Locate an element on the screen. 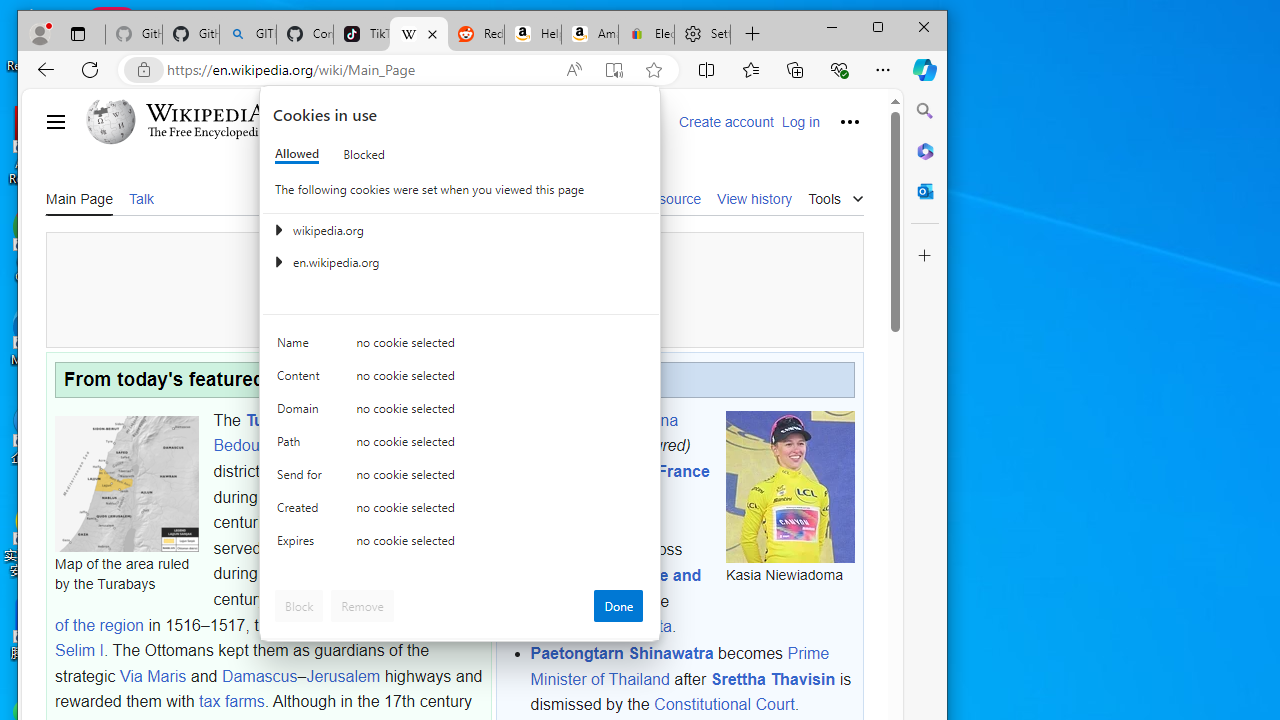 The width and height of the screenshot is (1280, 720). 'Name' is located at coordinates (301, 346).